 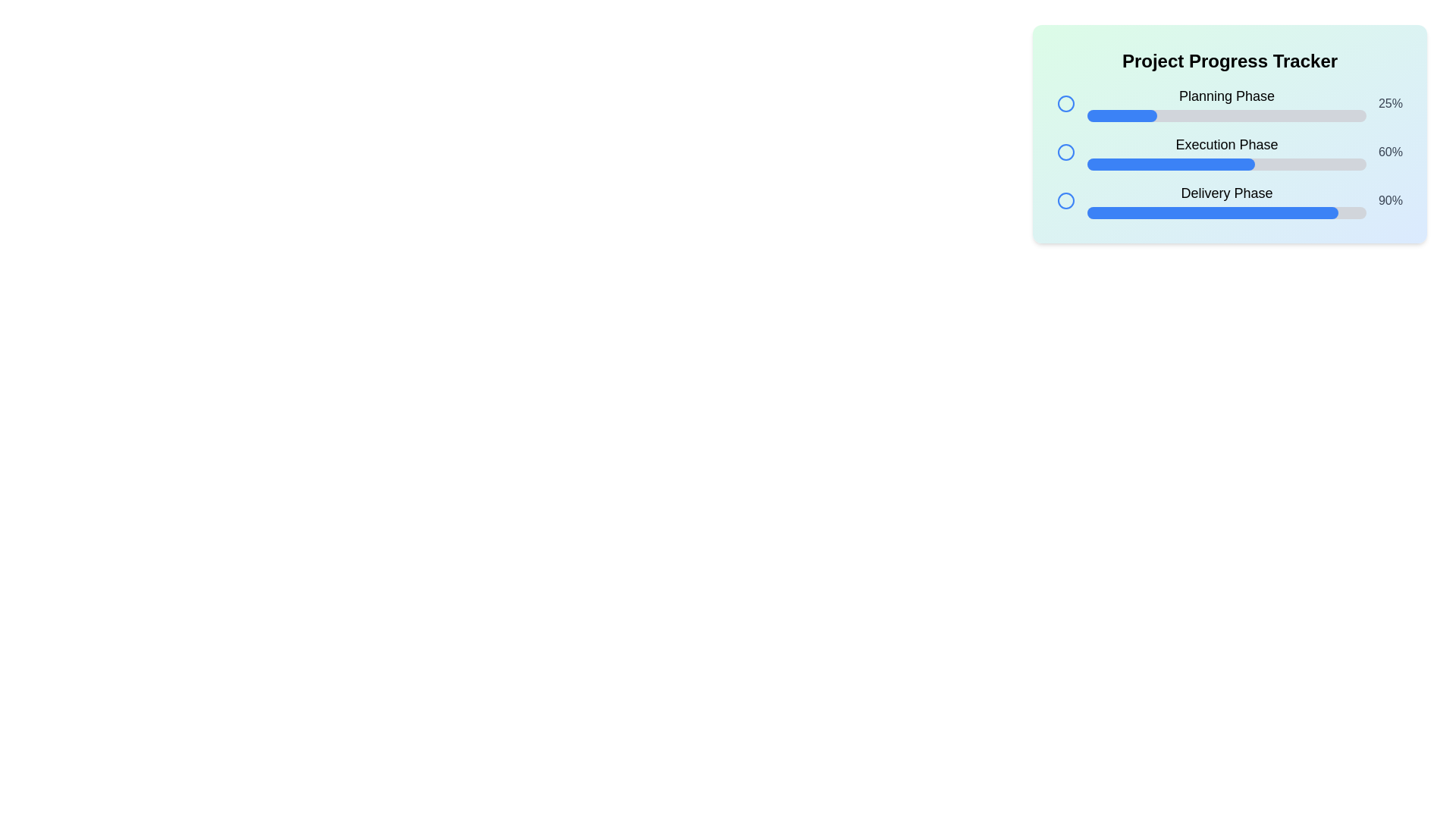 I want to click on the first circular icon in the 'Project Progress Tracker' panel that indicates the 'Planning Phase' step, so click(x=1065, y=103).